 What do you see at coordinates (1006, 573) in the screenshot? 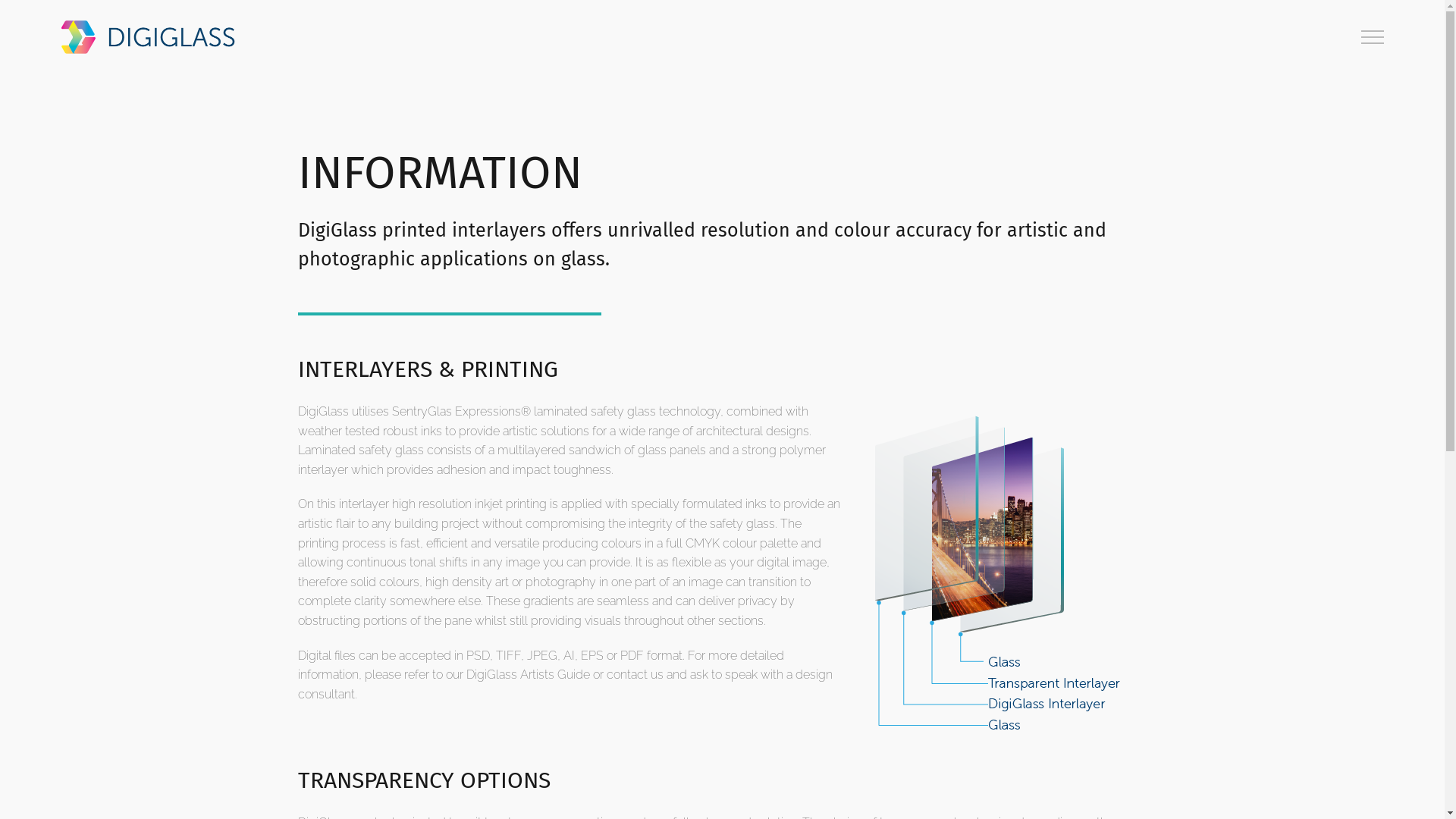
I see `'DigiGlass Makeup Diagram'` at bounding box center [1006, 573].